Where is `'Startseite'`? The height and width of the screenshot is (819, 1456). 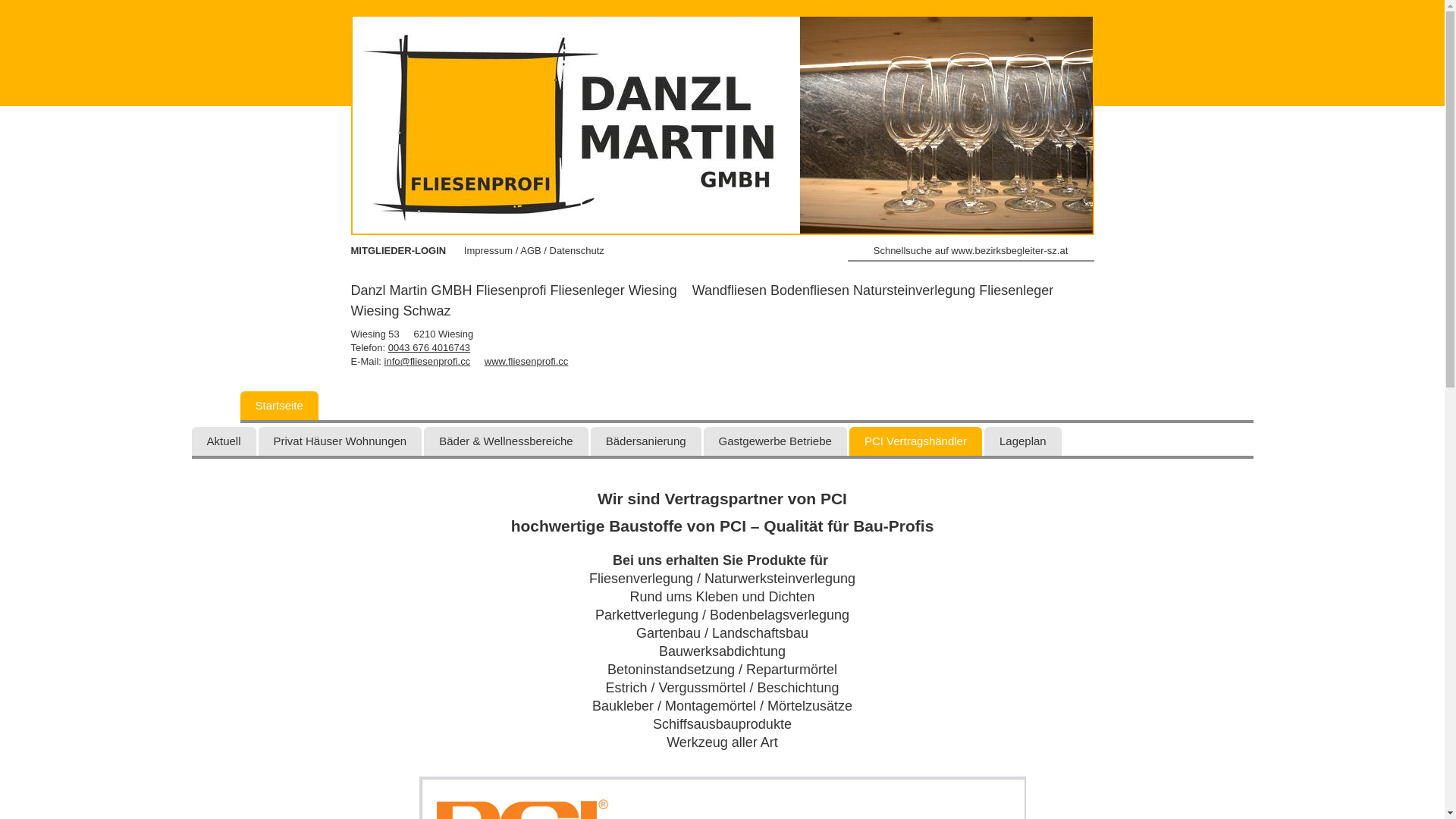 'Startseite' is located at coordinates (278, 405).